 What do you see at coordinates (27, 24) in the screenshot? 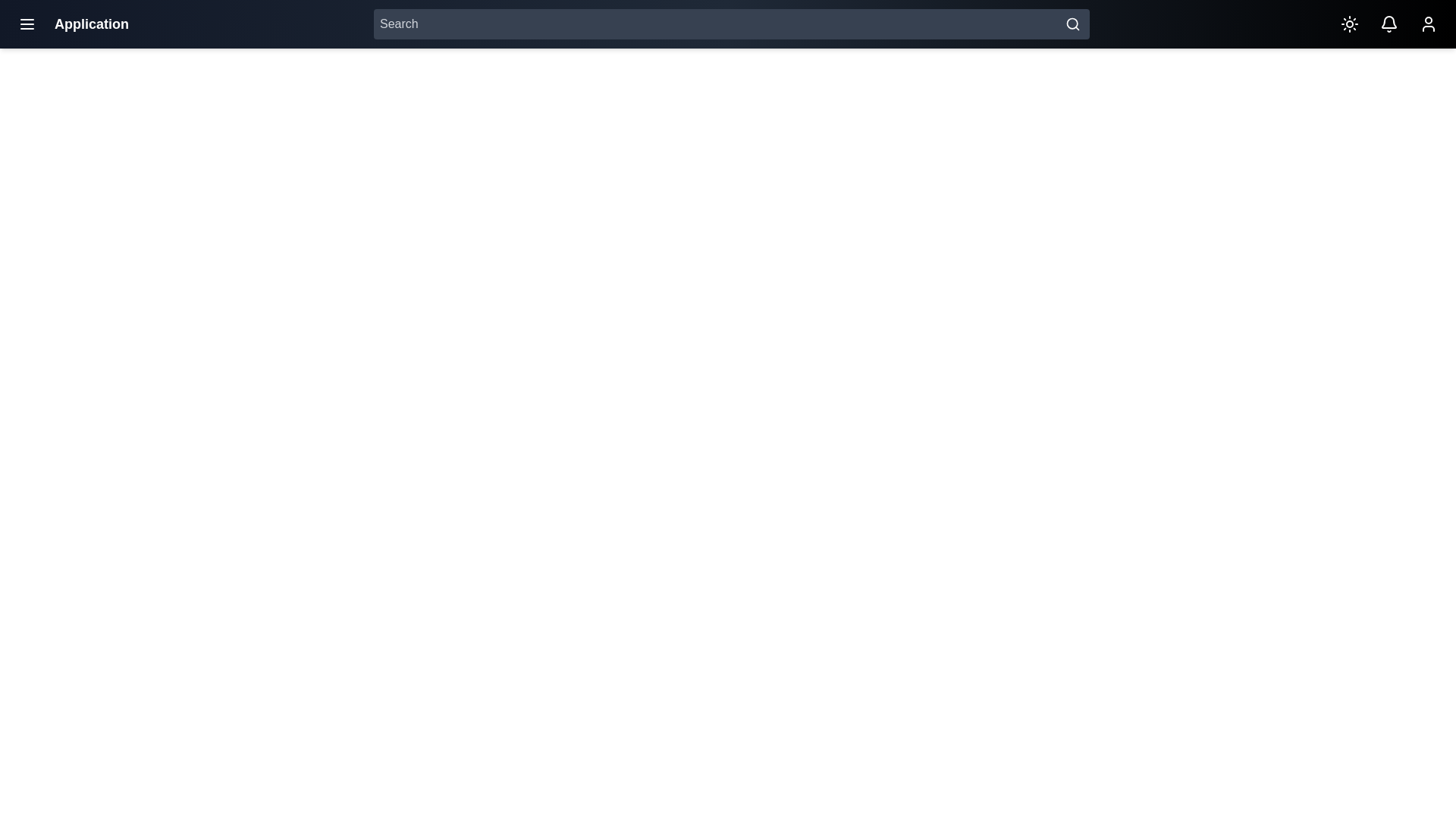
I see `the menu icon to toggle the sidebar` at bounding box center [27, 24].